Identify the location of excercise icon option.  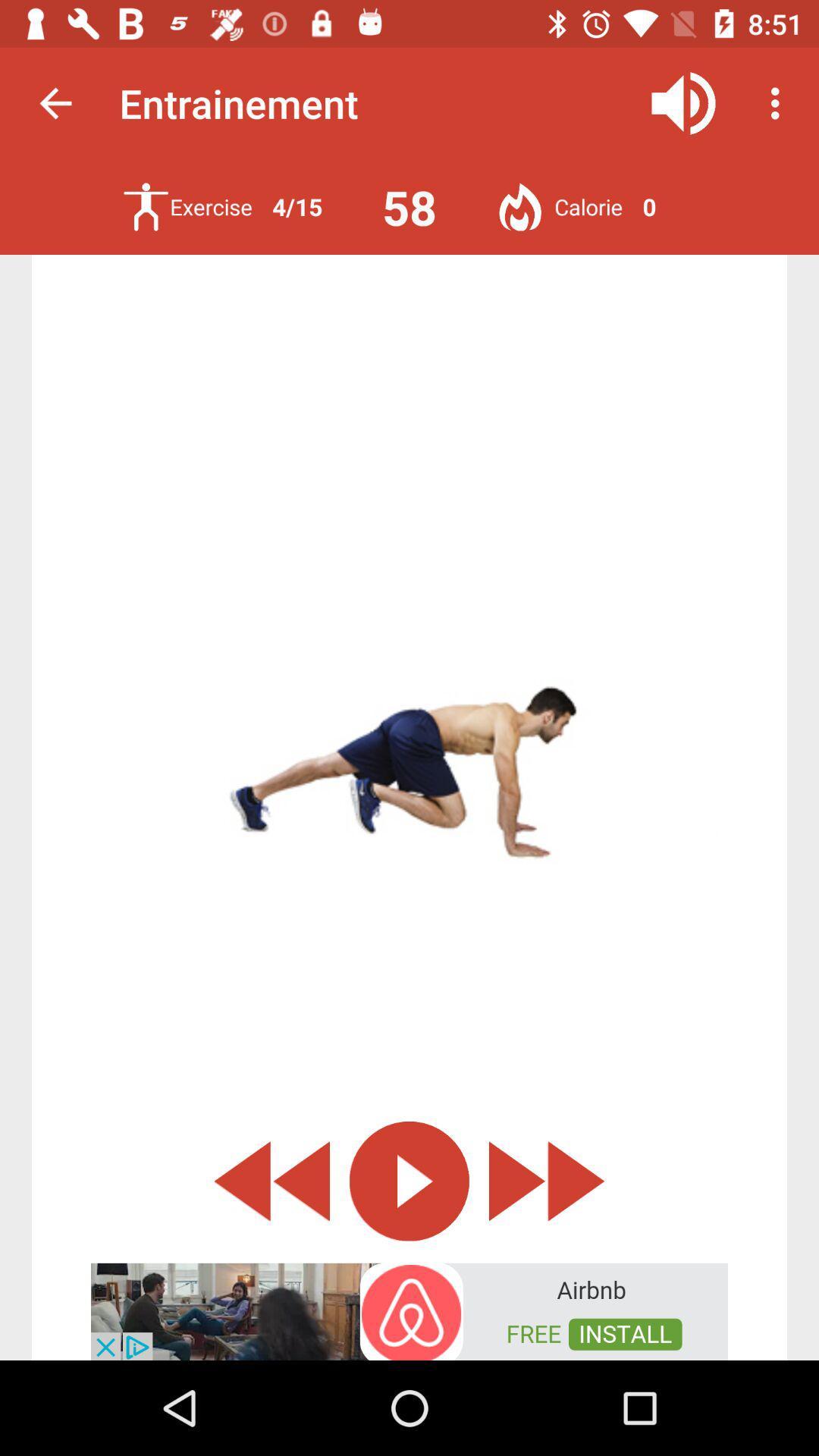
(146, 206).